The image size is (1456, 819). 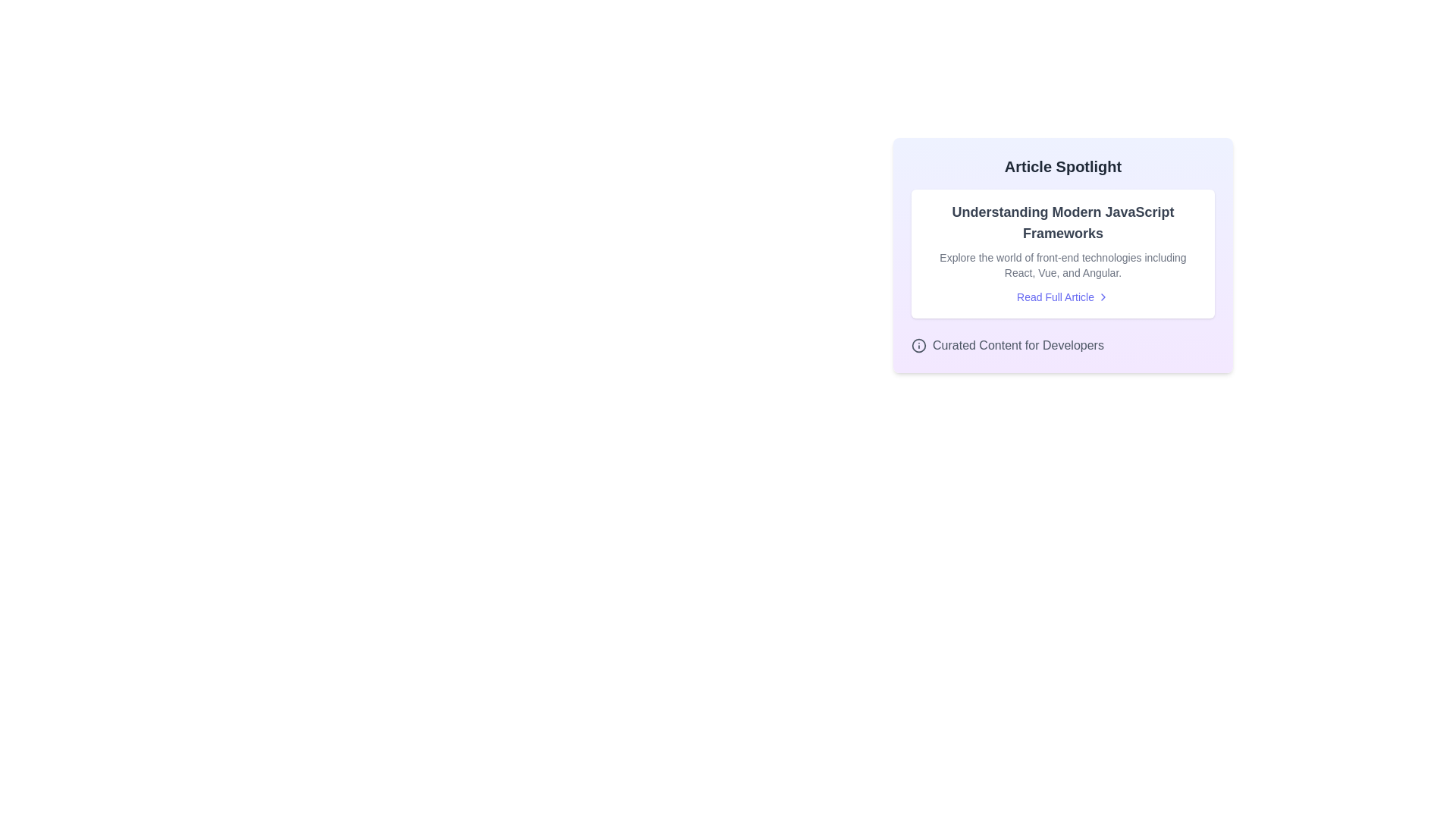 I want to click on static text that provides descriptive information about the content of the module or article, located below the title 'Understanding Modern JavaScript Frameworks' and above the 'Read Full Article' link, so click(x=1062, y=265).